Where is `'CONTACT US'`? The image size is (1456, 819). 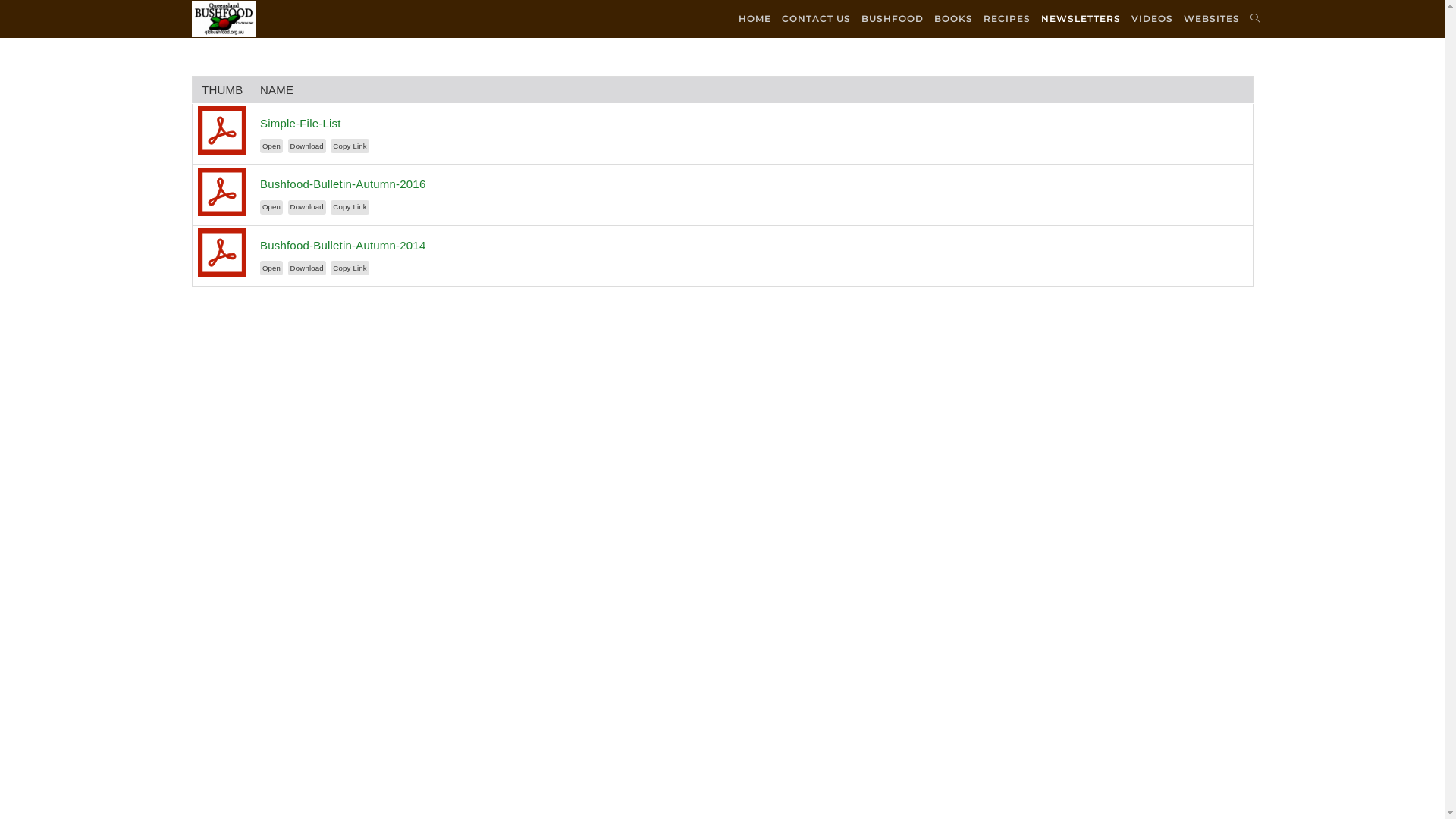 'CONTACT US' is located at coordinates (776, 18).